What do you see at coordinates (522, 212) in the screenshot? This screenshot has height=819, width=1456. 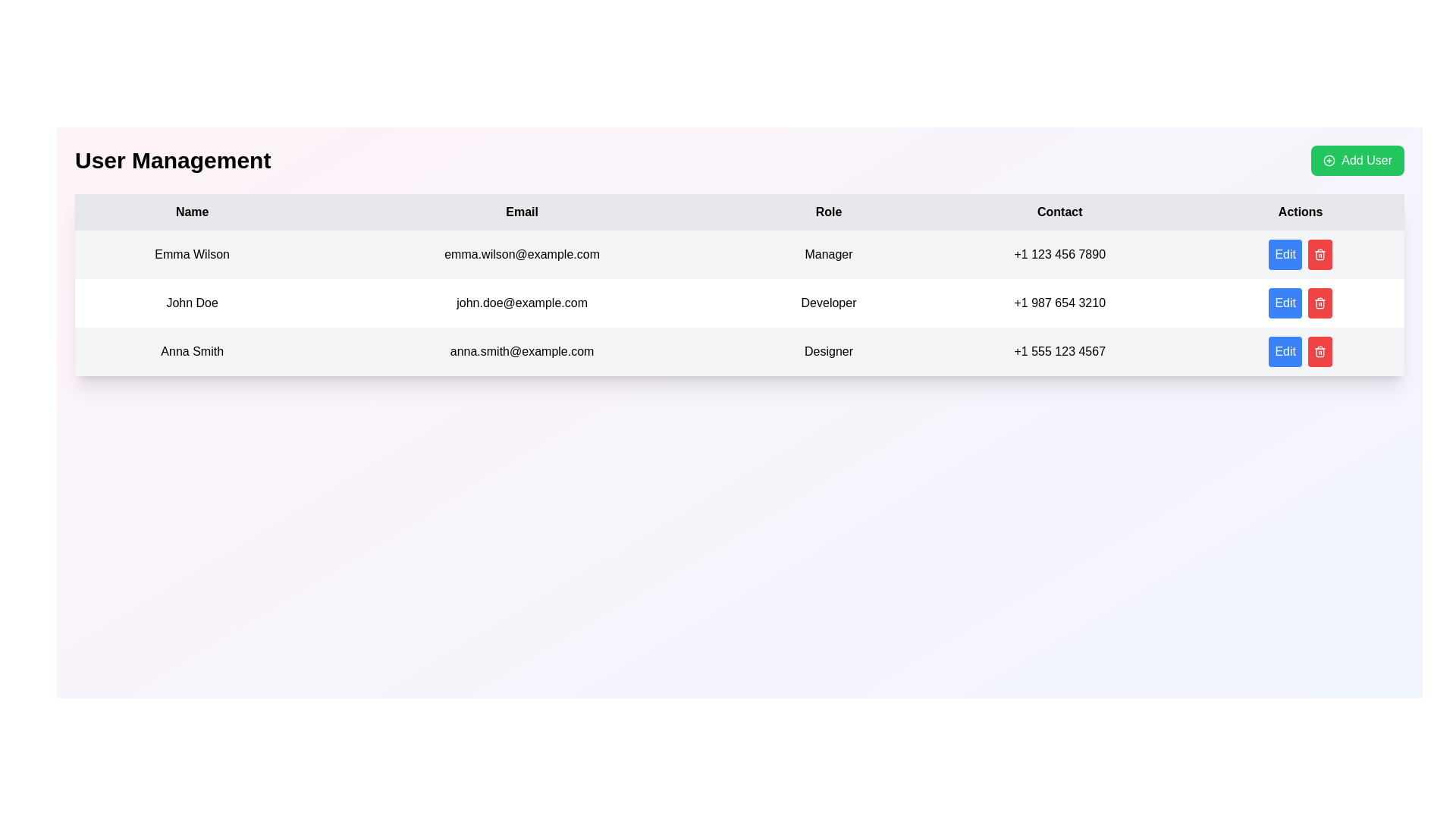 I see `the Text header in the user management table that labels the column for email addresses, positioned between 'Name' and 'Role'` at bounding box center [522, 212].